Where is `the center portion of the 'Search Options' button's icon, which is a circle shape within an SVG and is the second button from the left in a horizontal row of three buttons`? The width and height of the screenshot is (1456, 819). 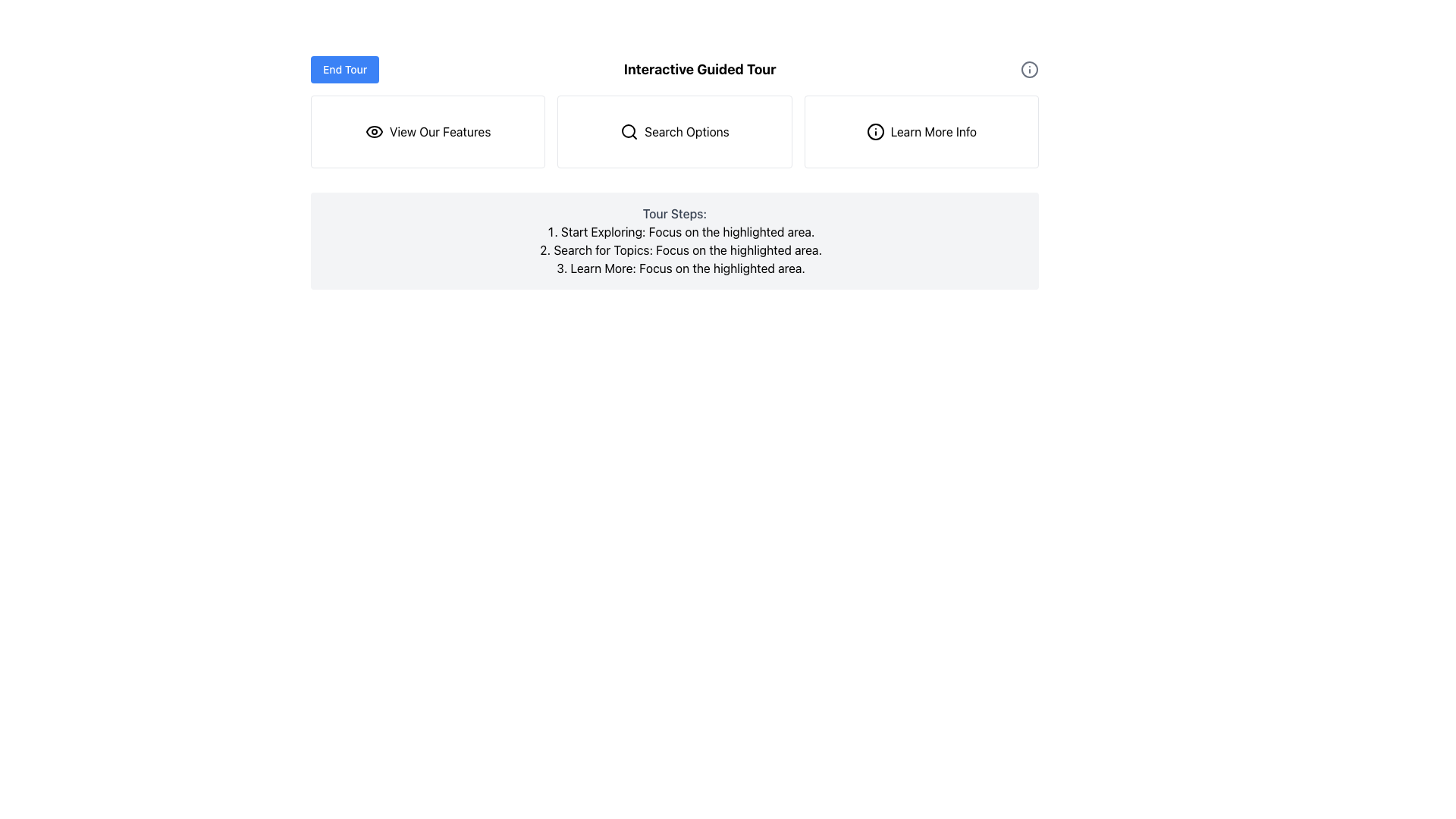 the center portion of the 'Search Options' button's icon, which is a circle shape within an SVG and is the second button from the left in a horizontal row of three buttons is located at coordinates (629, 130).